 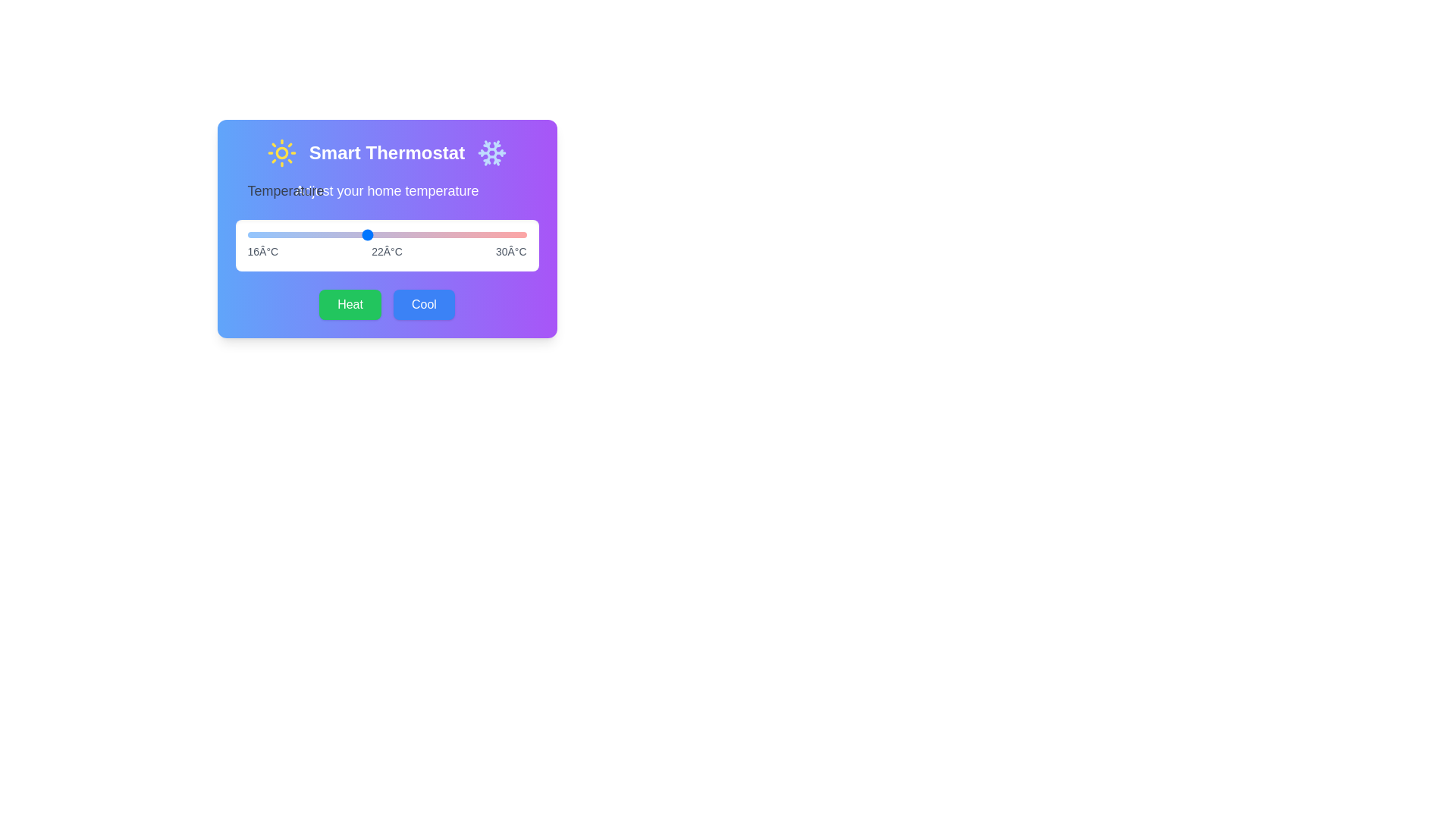 What do you see at coordinates (346, 234) in the screenshot?
I see `the temperature slider to 21 degrees Celsius` at bounding box center [346, 234].